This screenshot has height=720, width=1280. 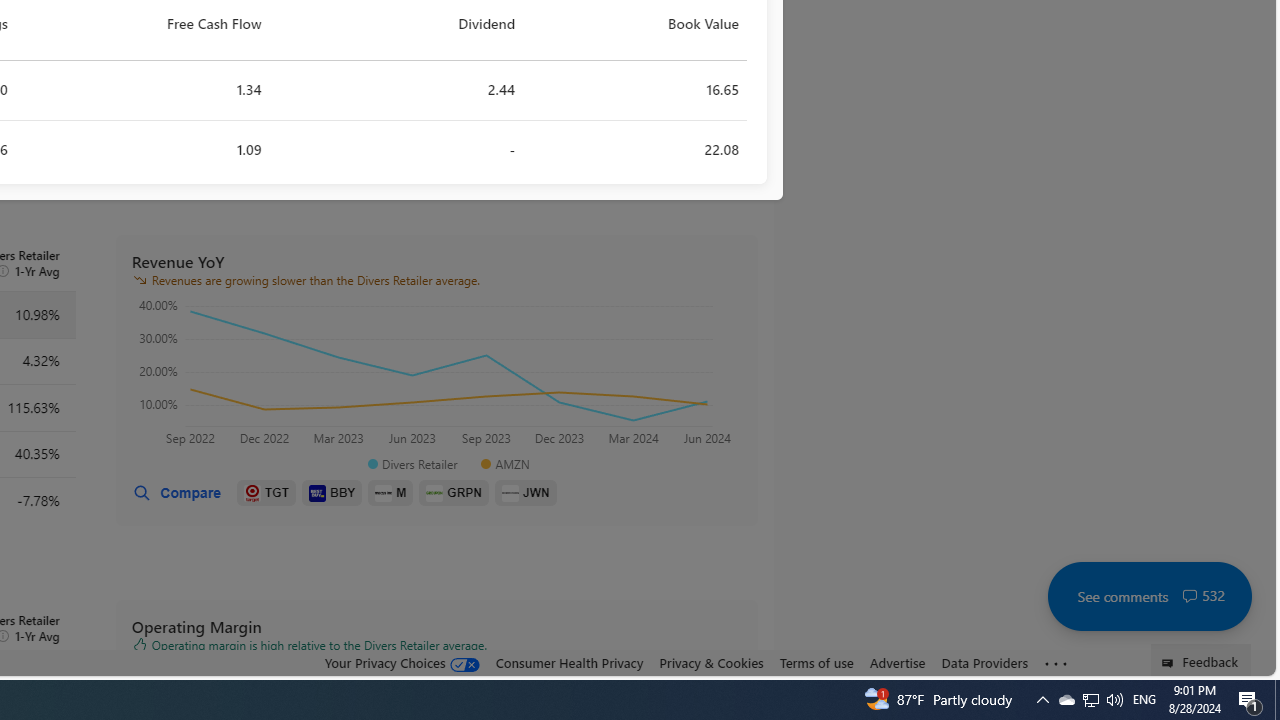 I want to click on 'Data Providers', so click(x=984, y=662).